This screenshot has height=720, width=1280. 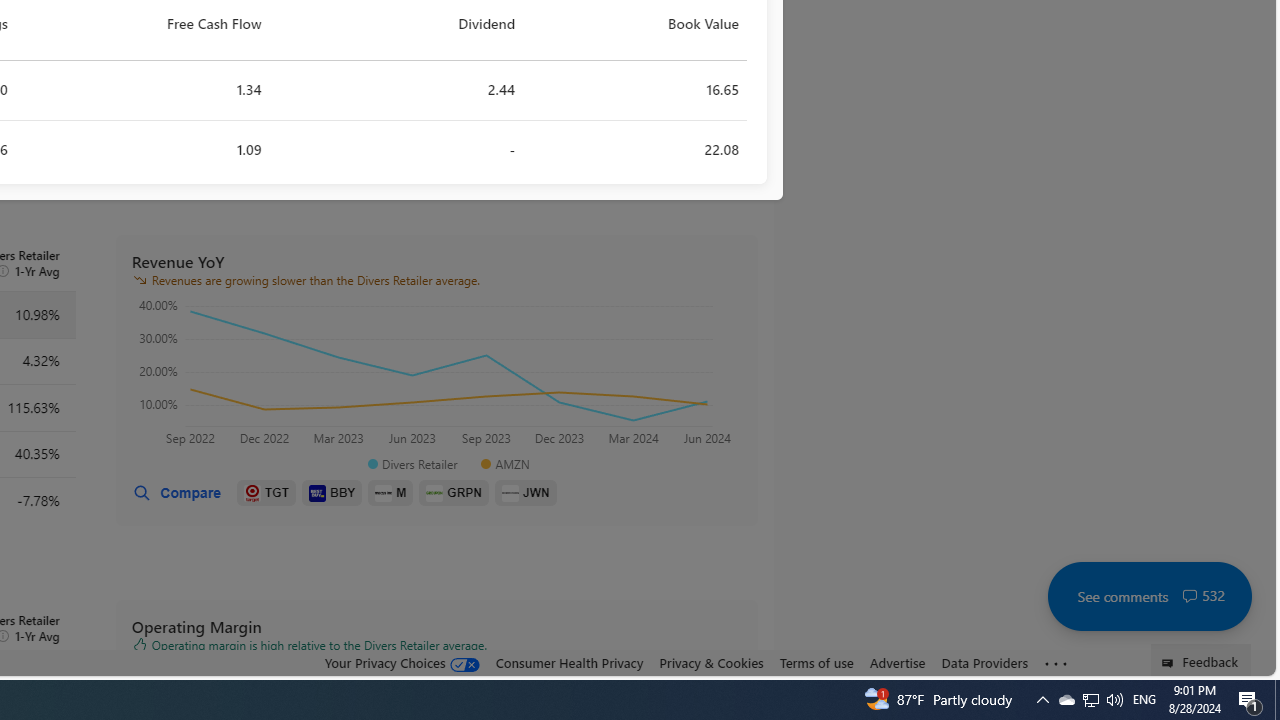 I want to click on 'Data Providers', so click(x=984, y=662).